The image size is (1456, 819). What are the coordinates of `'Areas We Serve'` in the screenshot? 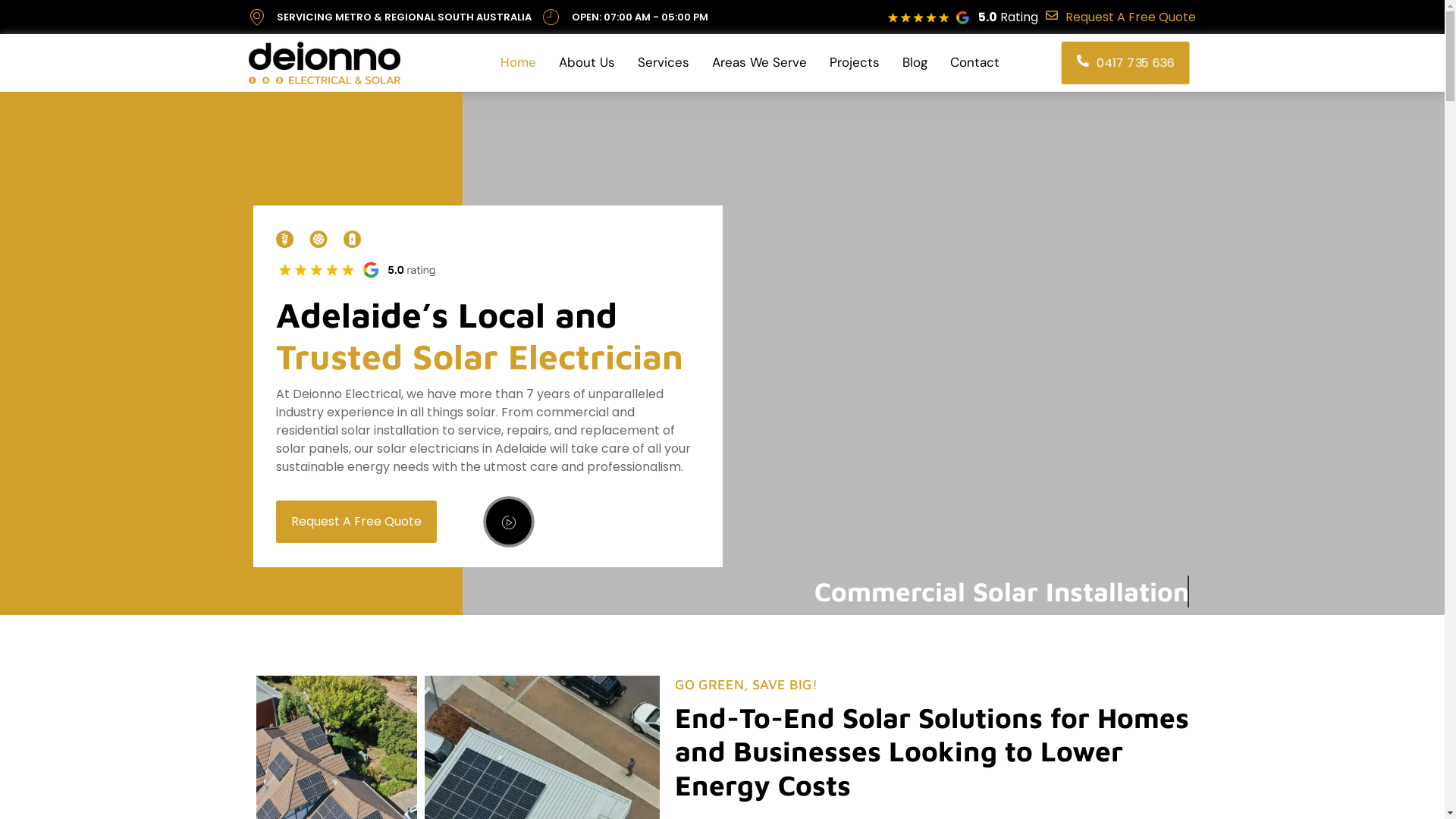 It's located at (759, 62).